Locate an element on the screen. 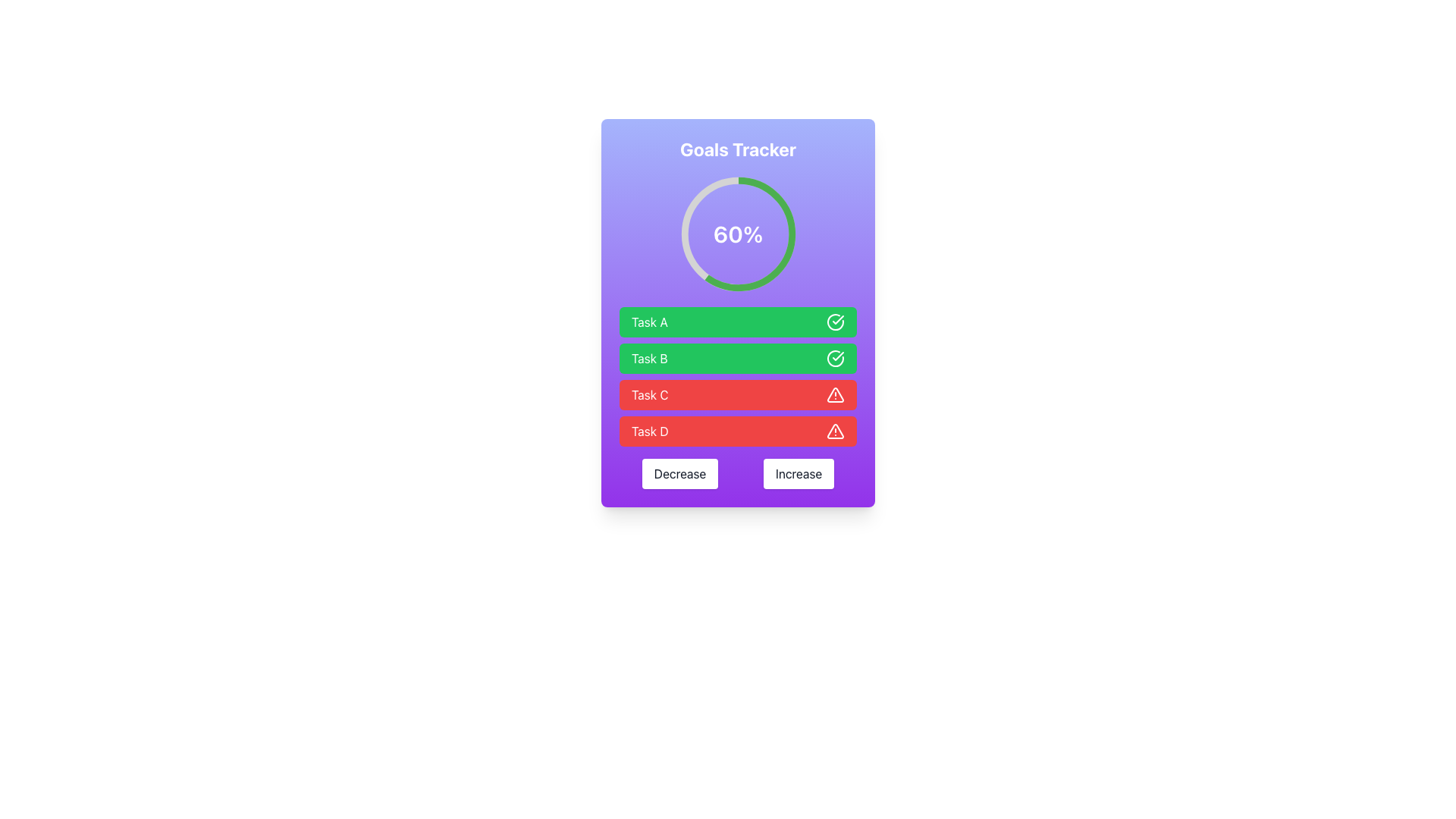  the centered numerical label displaying '60%' which is located within a circular progress indicator is located at coordinates (738, 234).